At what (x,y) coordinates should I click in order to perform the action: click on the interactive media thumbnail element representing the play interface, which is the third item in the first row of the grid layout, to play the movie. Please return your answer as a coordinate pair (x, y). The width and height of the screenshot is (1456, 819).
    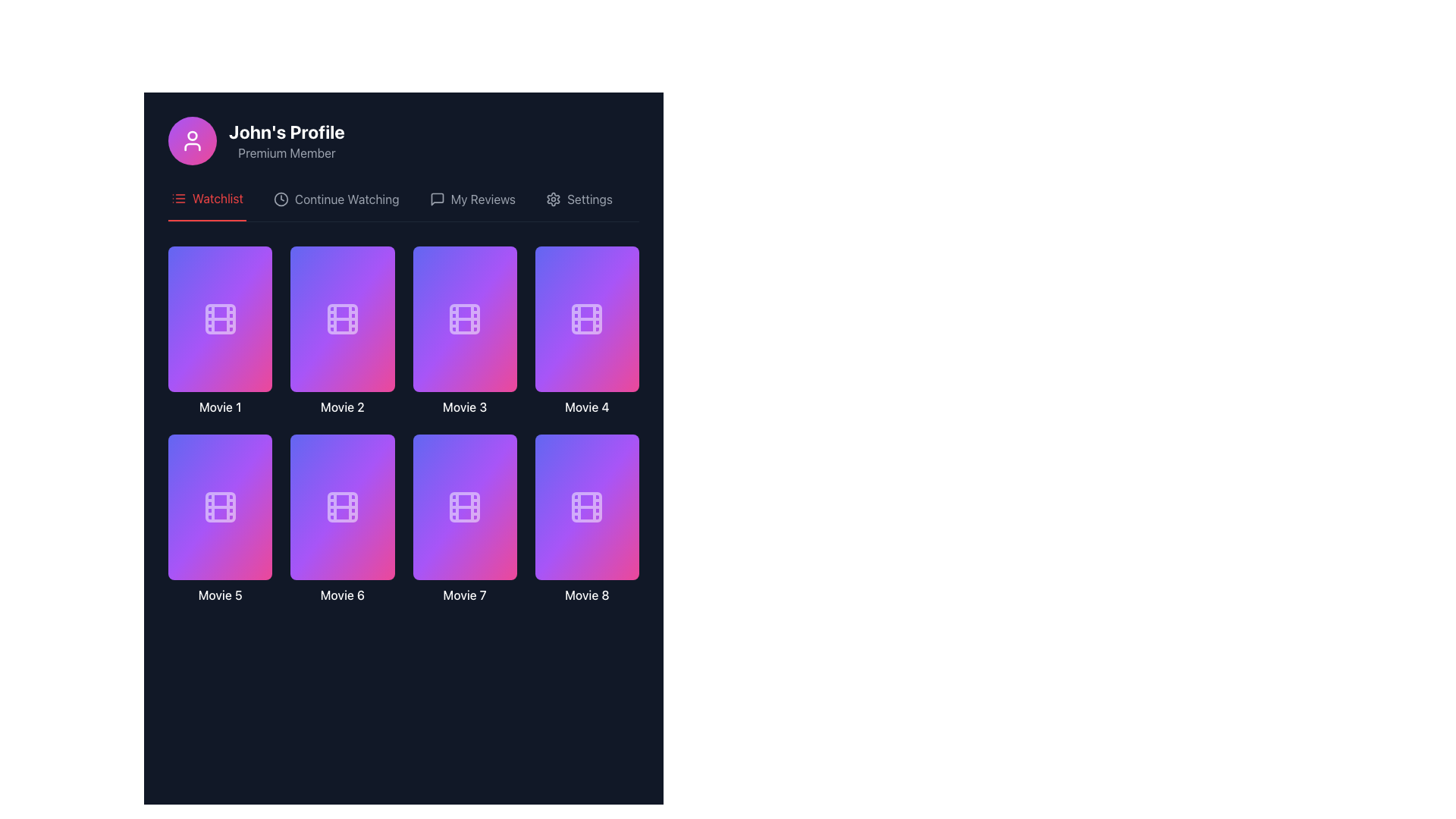
    Looking at the image, I should click on (464, 330).